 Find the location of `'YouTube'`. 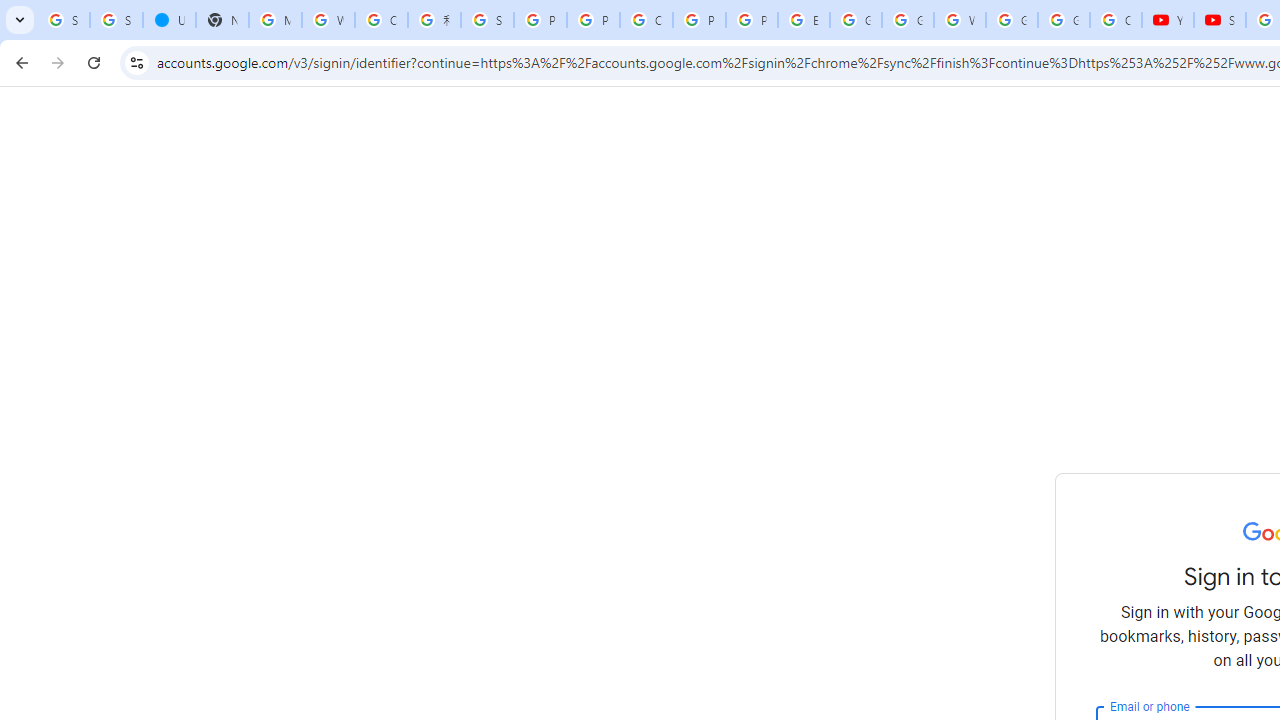

'YouTube' is located at coordinates (1168, 20).